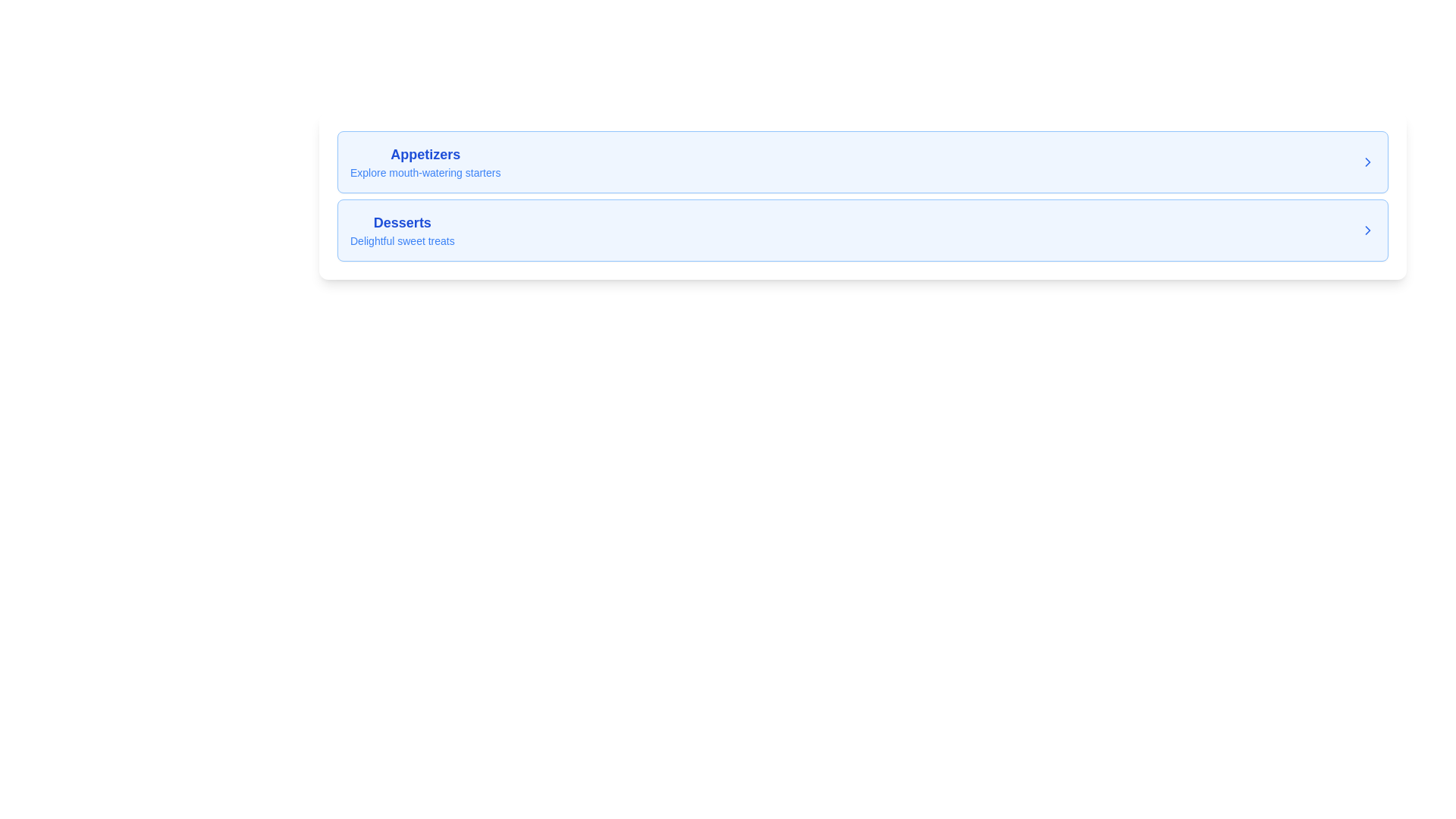 The width and height of the screenshot is (1456, 819). I want to click on the text element titled 'Desserts' which is the second card in a vertically stacked list of informational cards, so click(402, 231).